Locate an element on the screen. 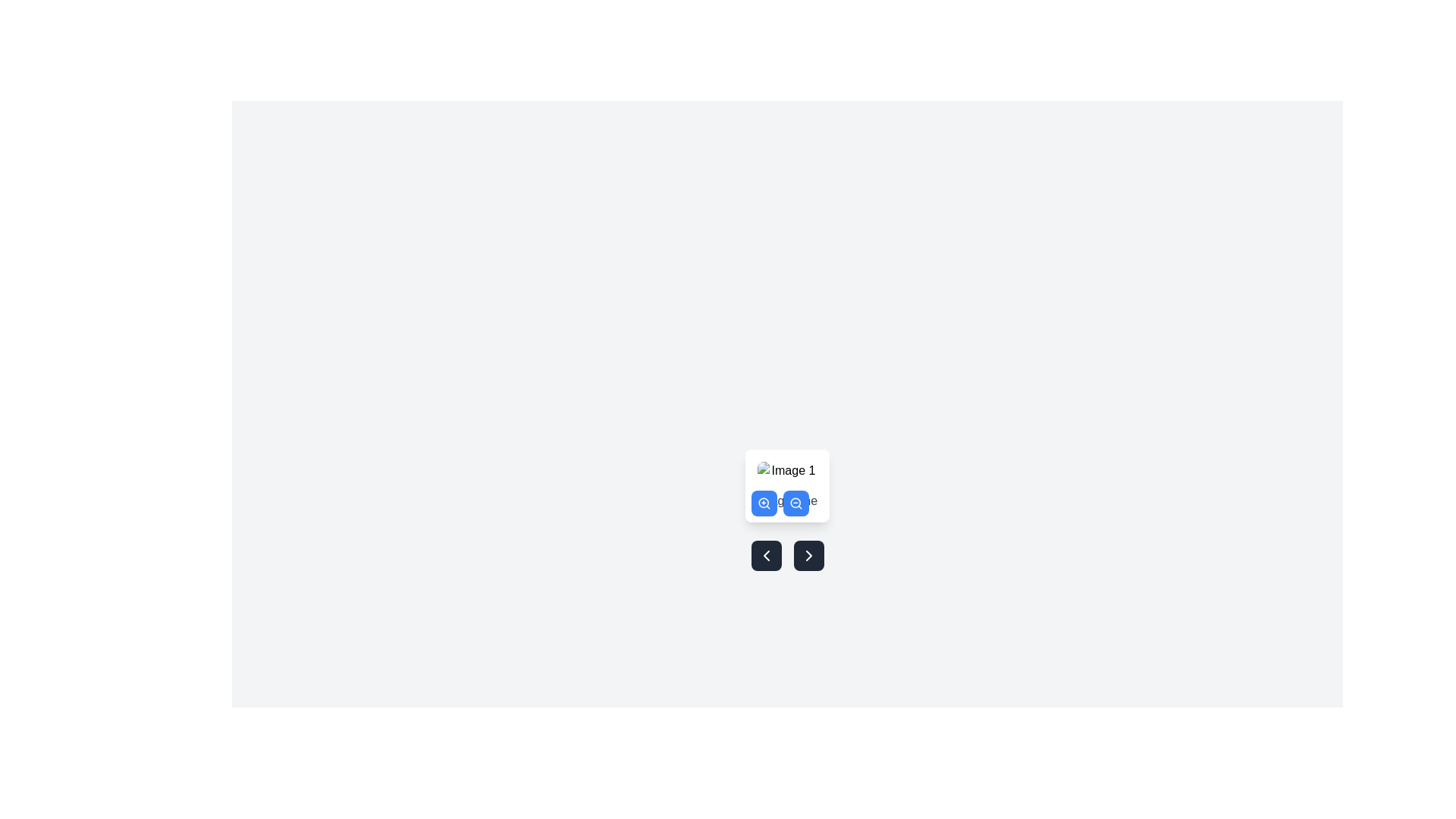 This screenshot has width=1456, height=819. the zoom out button, which is an SVG-based graphical icon within a circular button located near the bottom center of the interface, to decrease the zoom level is located at coordinates (795, 503).